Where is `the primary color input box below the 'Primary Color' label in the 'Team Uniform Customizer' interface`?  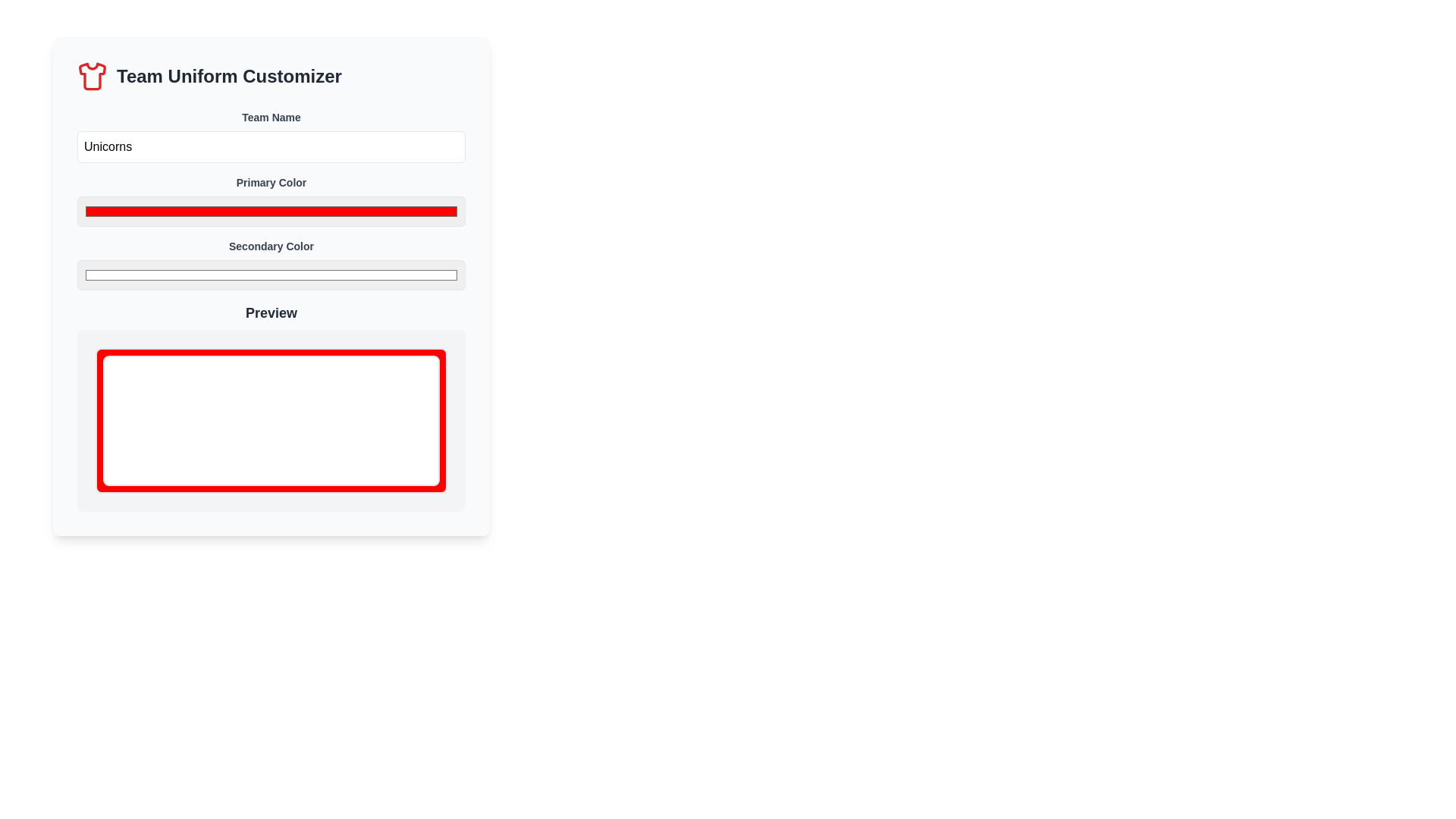 the primary color input box below the 'Primary Color' label in the 'Team Uniform Customizer' interface is located at coordinates (271, 211).